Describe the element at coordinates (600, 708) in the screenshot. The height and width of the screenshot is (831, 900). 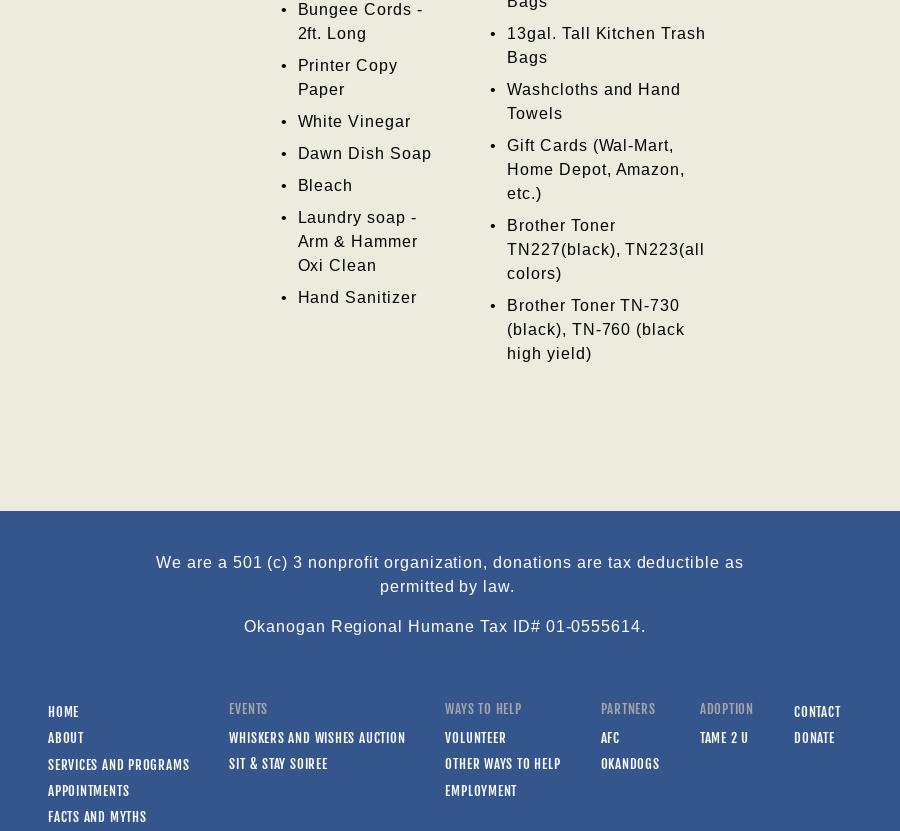
I see `'Partners'` at that location.